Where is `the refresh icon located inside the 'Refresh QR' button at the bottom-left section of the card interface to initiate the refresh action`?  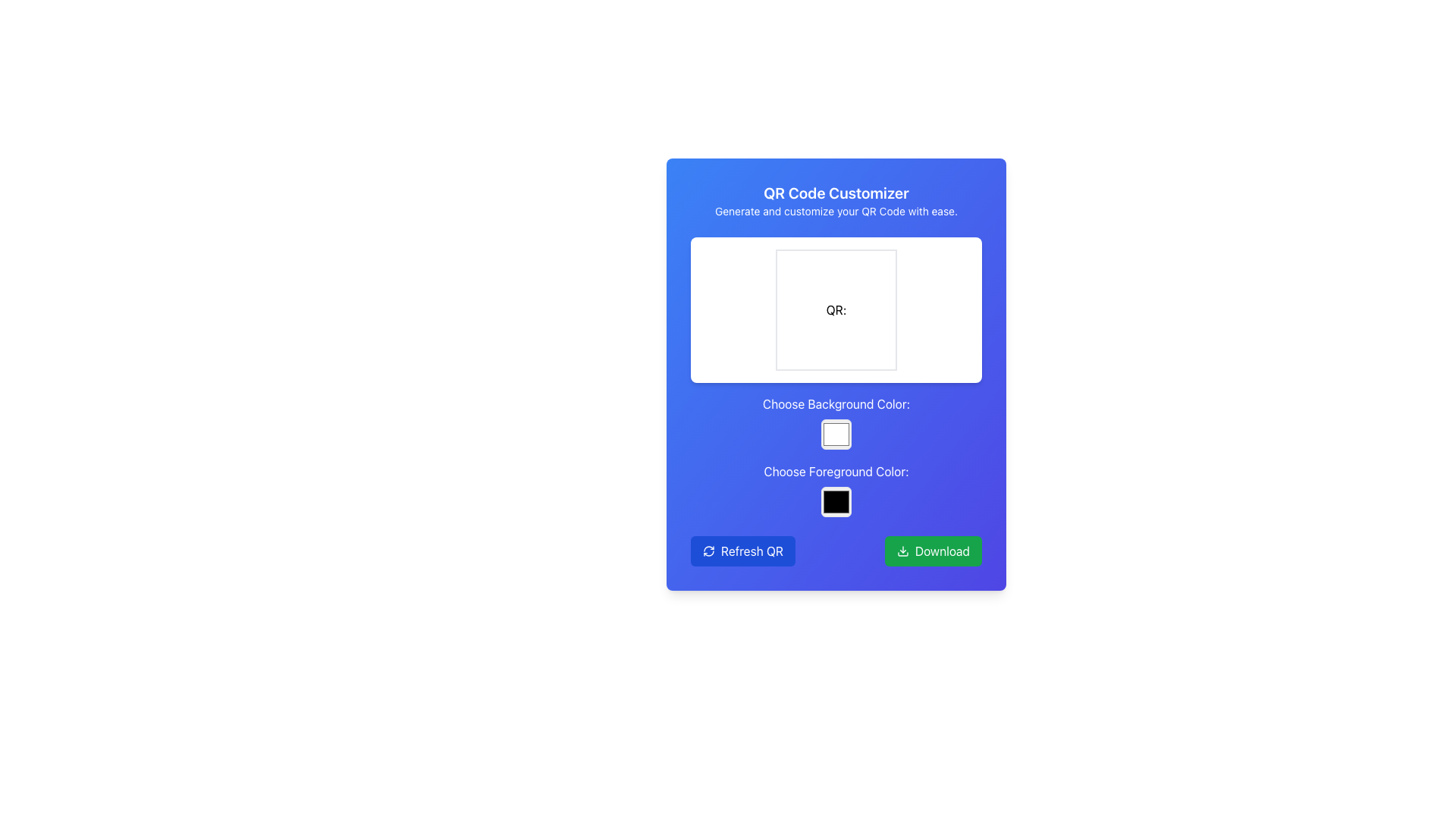
the refresh icon located inside the 'Refresh QR' button at the bottom-left section of the card interface to initiate the refresh action is located at coordinates (708, 551).